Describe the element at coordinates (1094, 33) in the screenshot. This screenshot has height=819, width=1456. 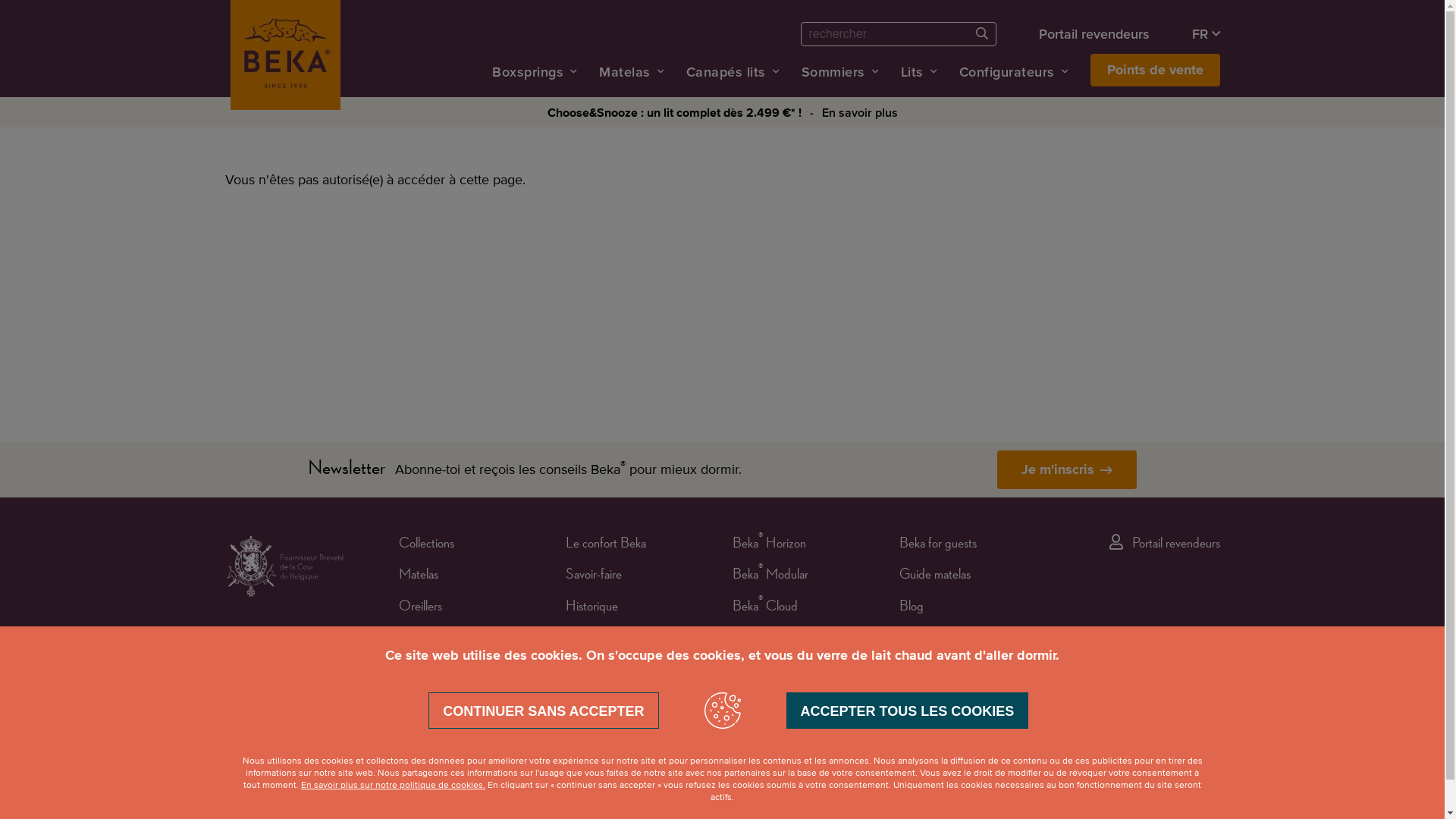
I see `'Portail revendeurs'` at that location.